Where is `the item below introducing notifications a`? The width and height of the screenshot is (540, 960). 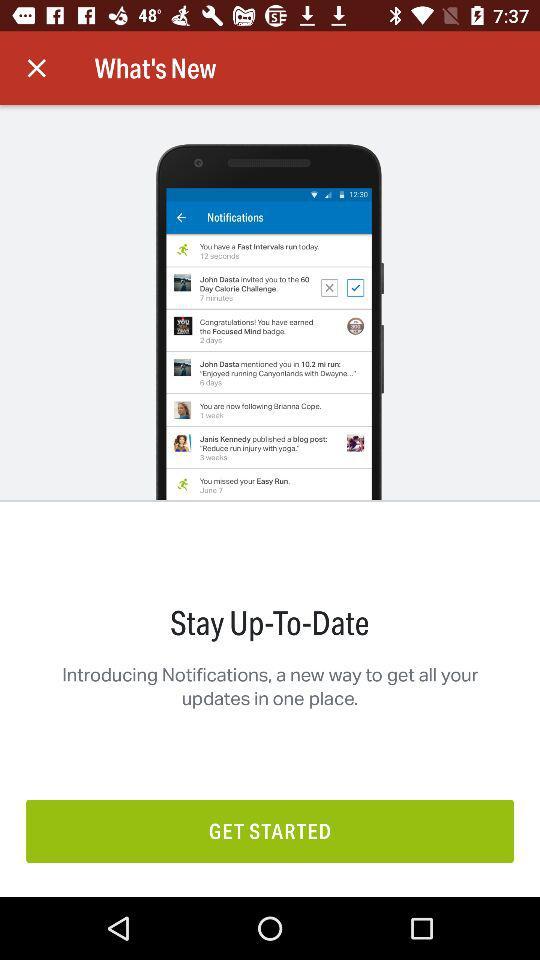
the item below introducing notifications a is located at coordinates (270, 831).